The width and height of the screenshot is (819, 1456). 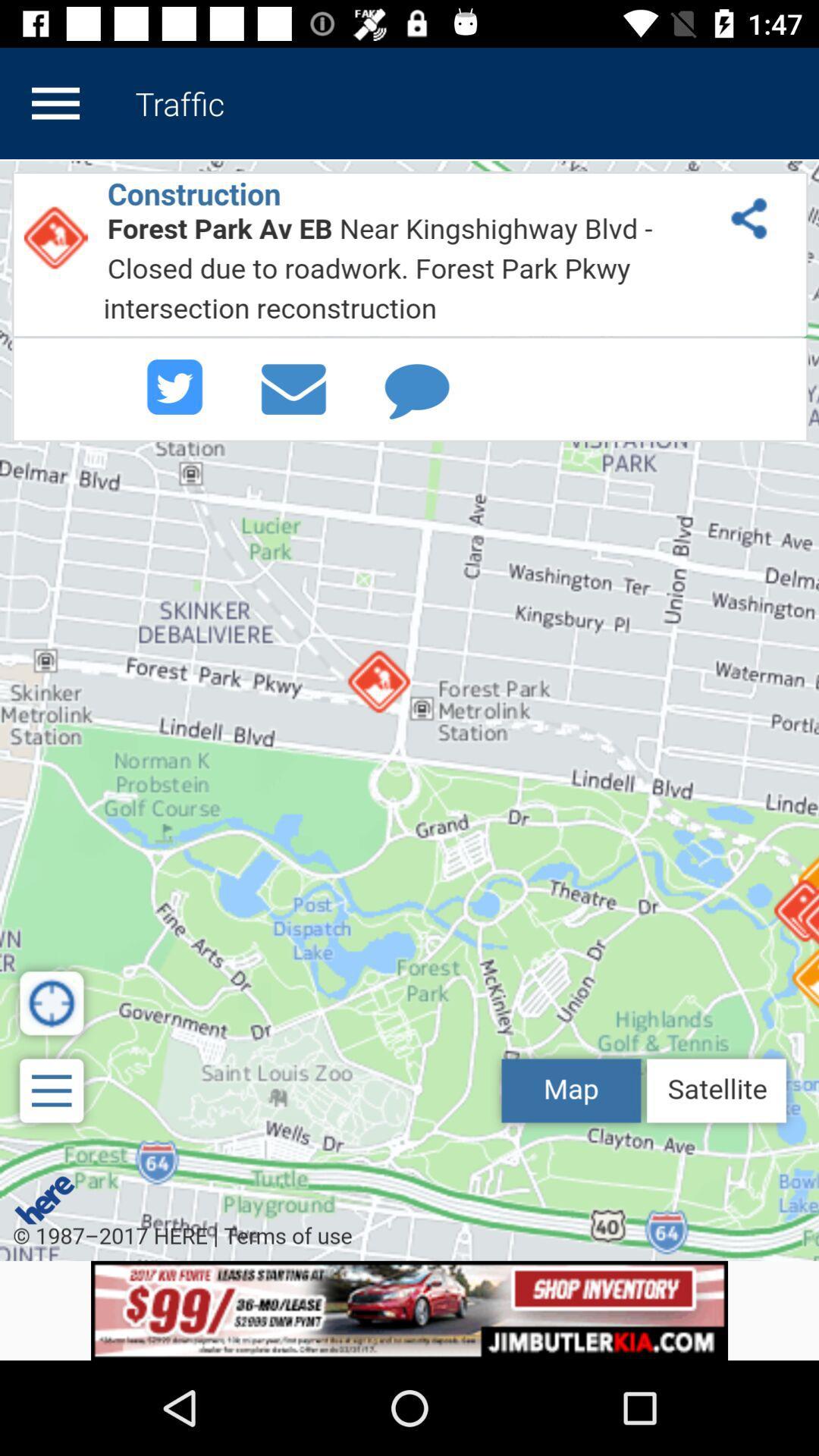 I want to click on display advertisement, so click(x=409, y=1310).